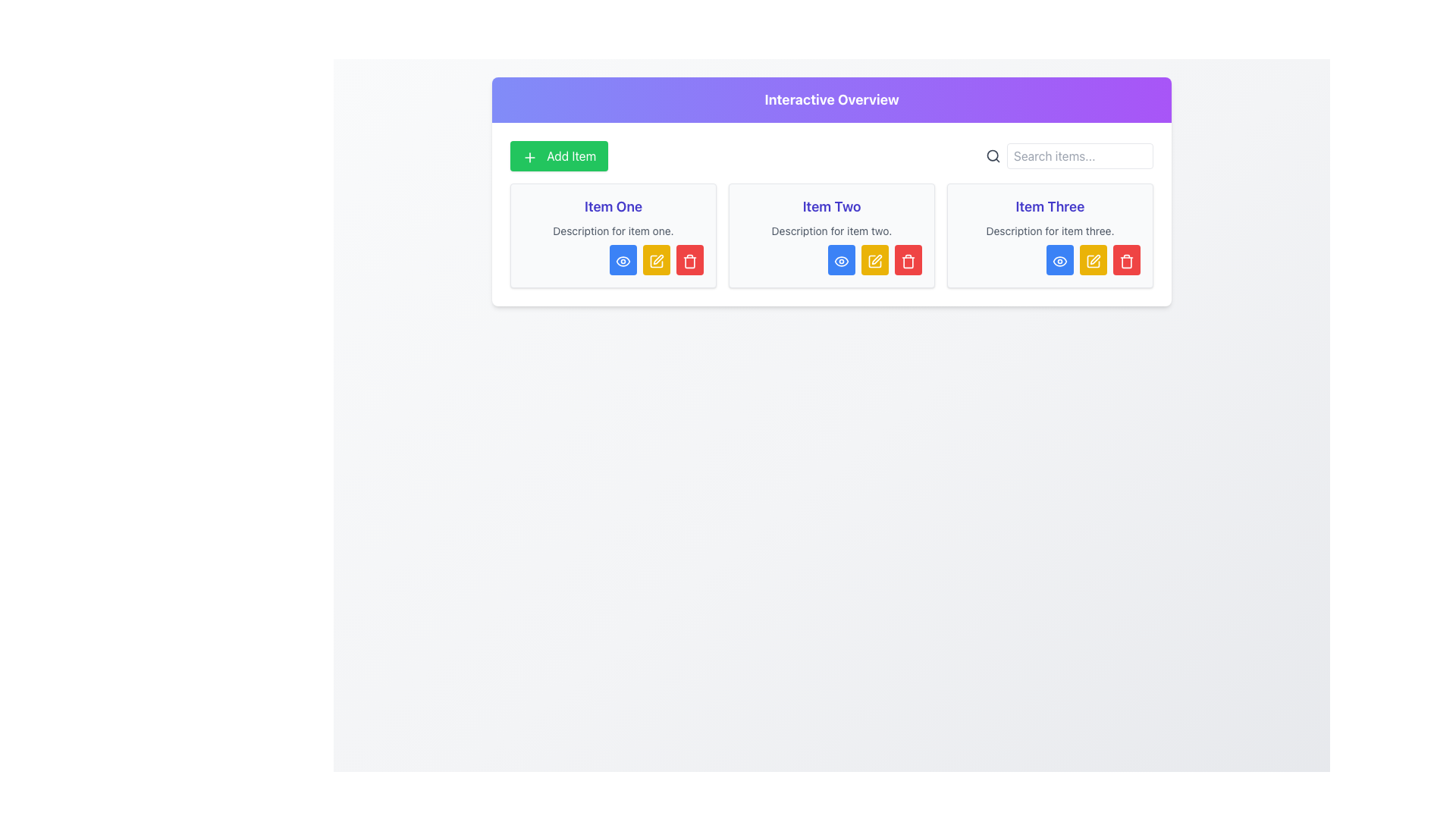 This screenshot has height=819, width=1456. I want to click on the Text Label that identifies the grouping of related information above the description 'Description for item one.', so click(613, 207).